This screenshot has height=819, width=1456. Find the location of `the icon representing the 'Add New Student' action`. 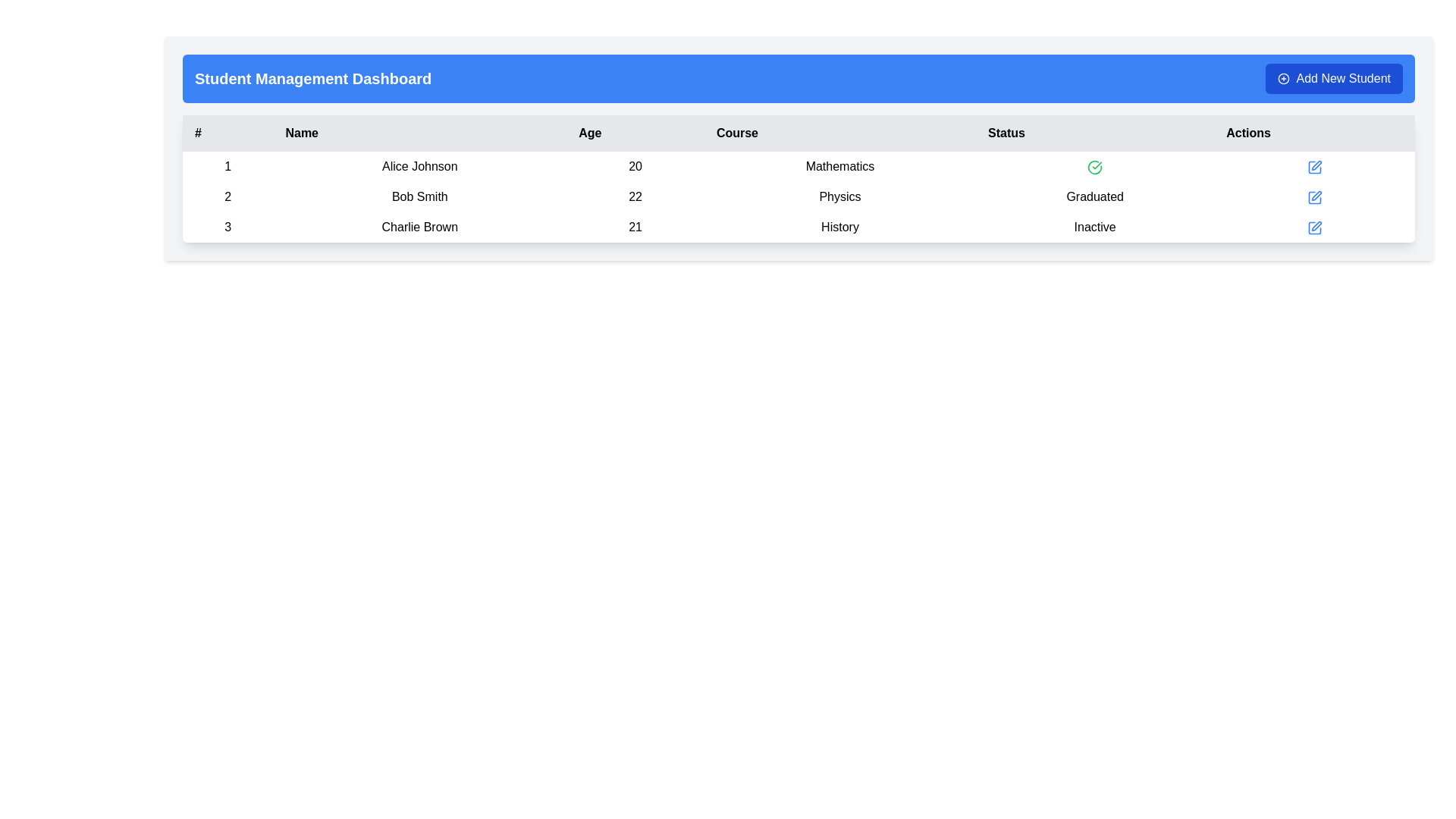

the icon representing the 'Add New Student' action is located at coordinates (1283, 79).